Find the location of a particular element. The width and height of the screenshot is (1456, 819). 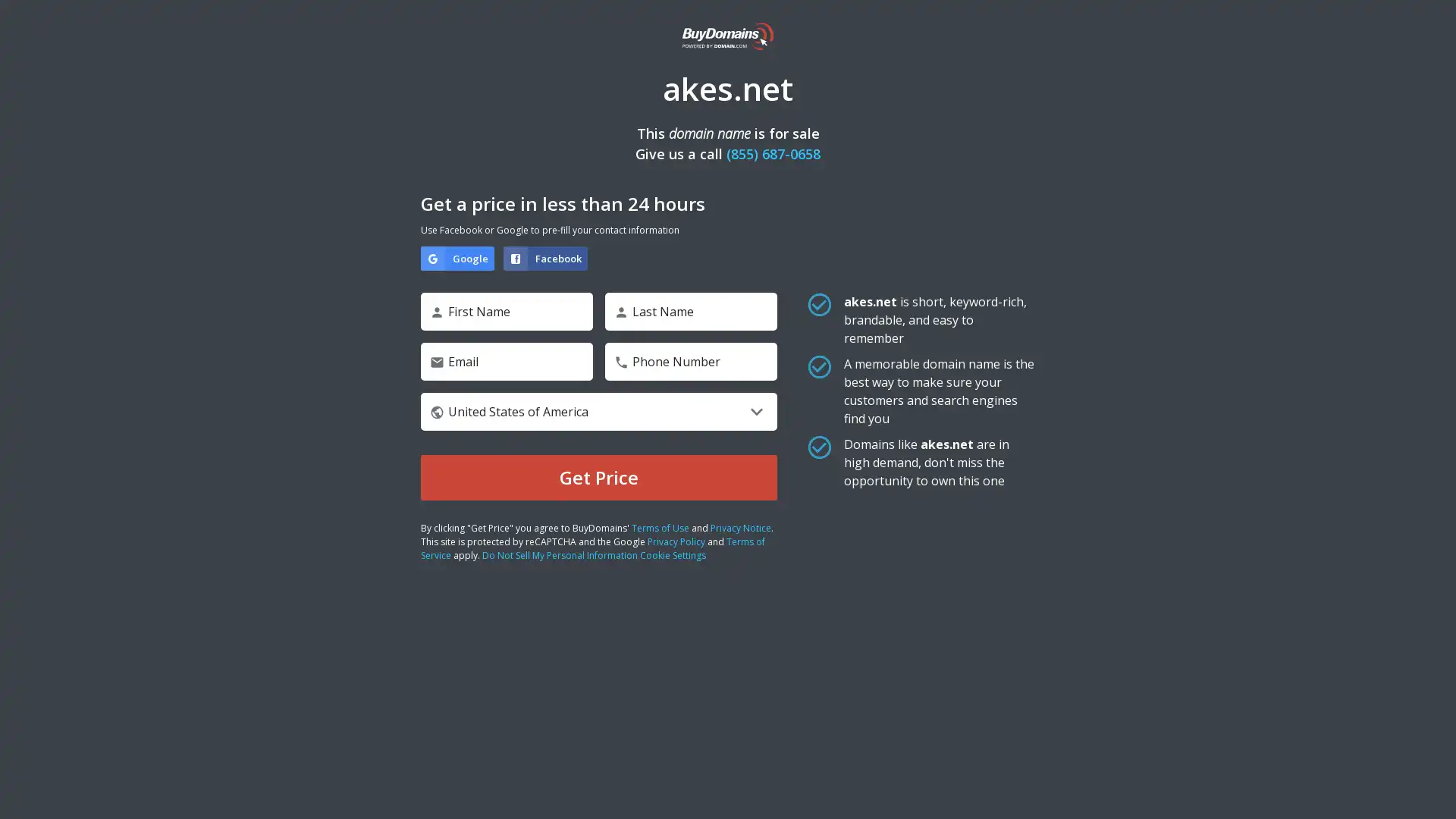

Facebook is located at coordinates (545, 257).